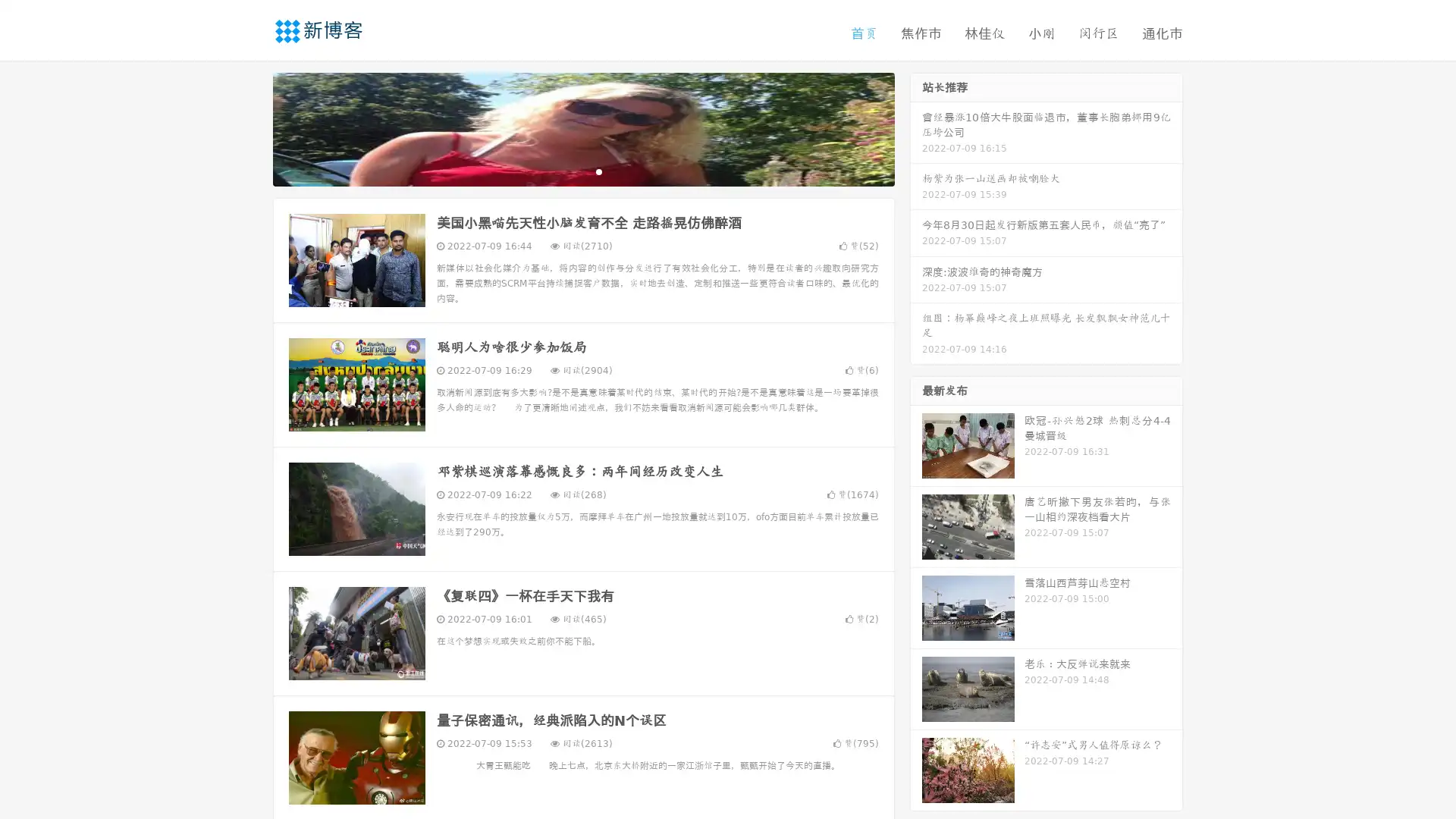  Describe the element at coordinates (582, 171) in the screenshot. I see `Go to slide 2` at that location.